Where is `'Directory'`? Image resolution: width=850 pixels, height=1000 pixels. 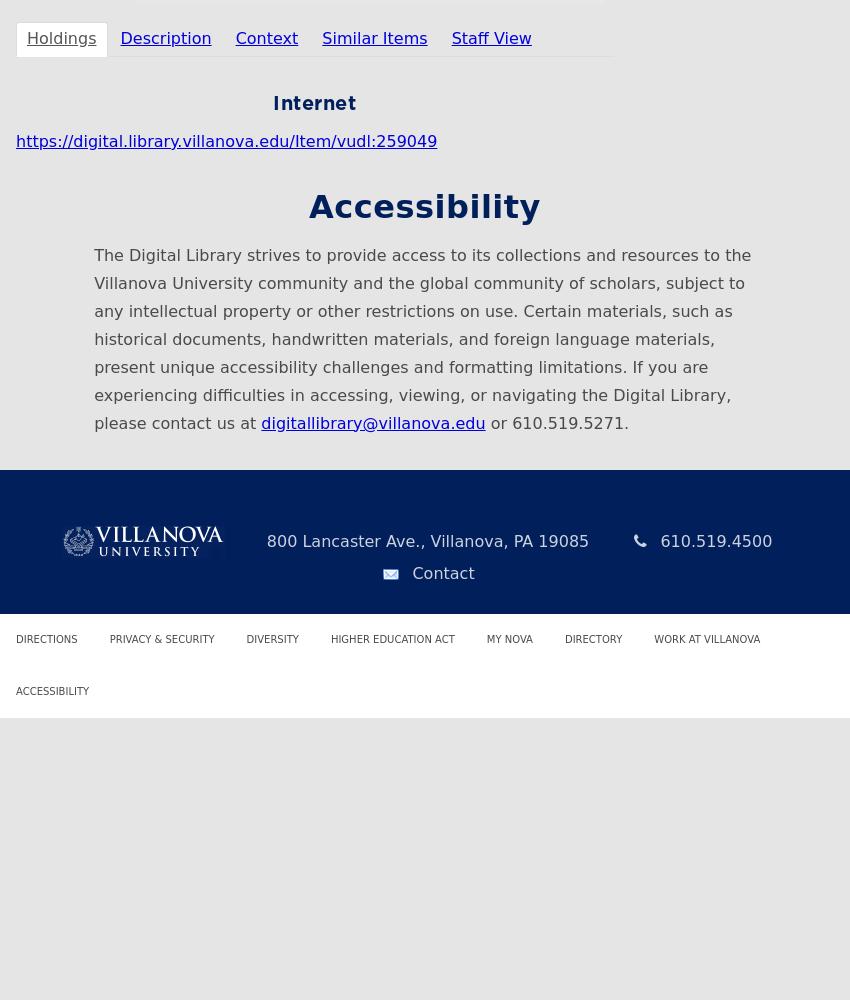
'Directory' is located at coordinates (592, 638).